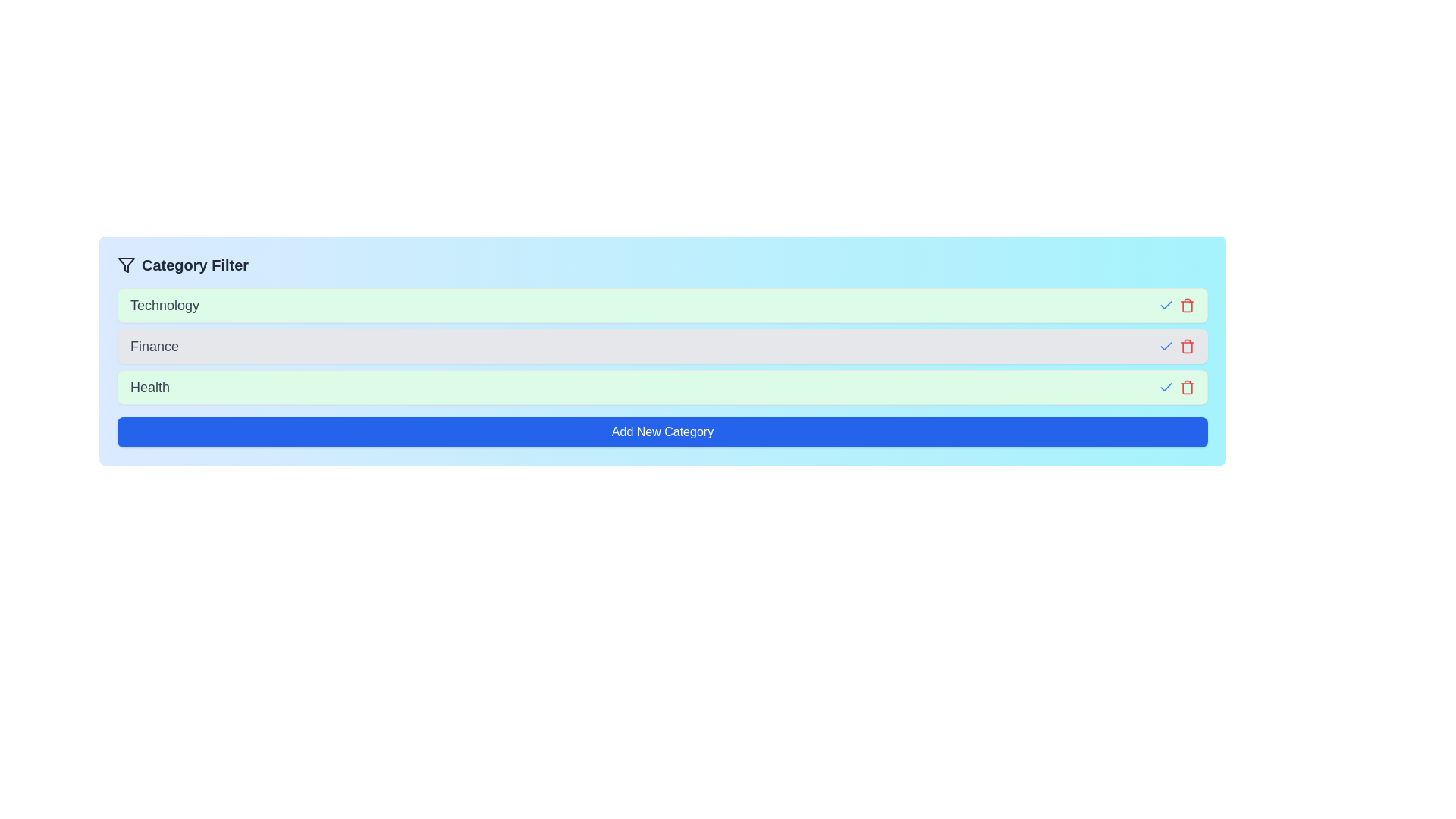 The image size is (1456, 819). Describe the element at coordinates (1186, 305) in the screenshot. I see `the trash icon next to the category Technology to remove it` at that location.